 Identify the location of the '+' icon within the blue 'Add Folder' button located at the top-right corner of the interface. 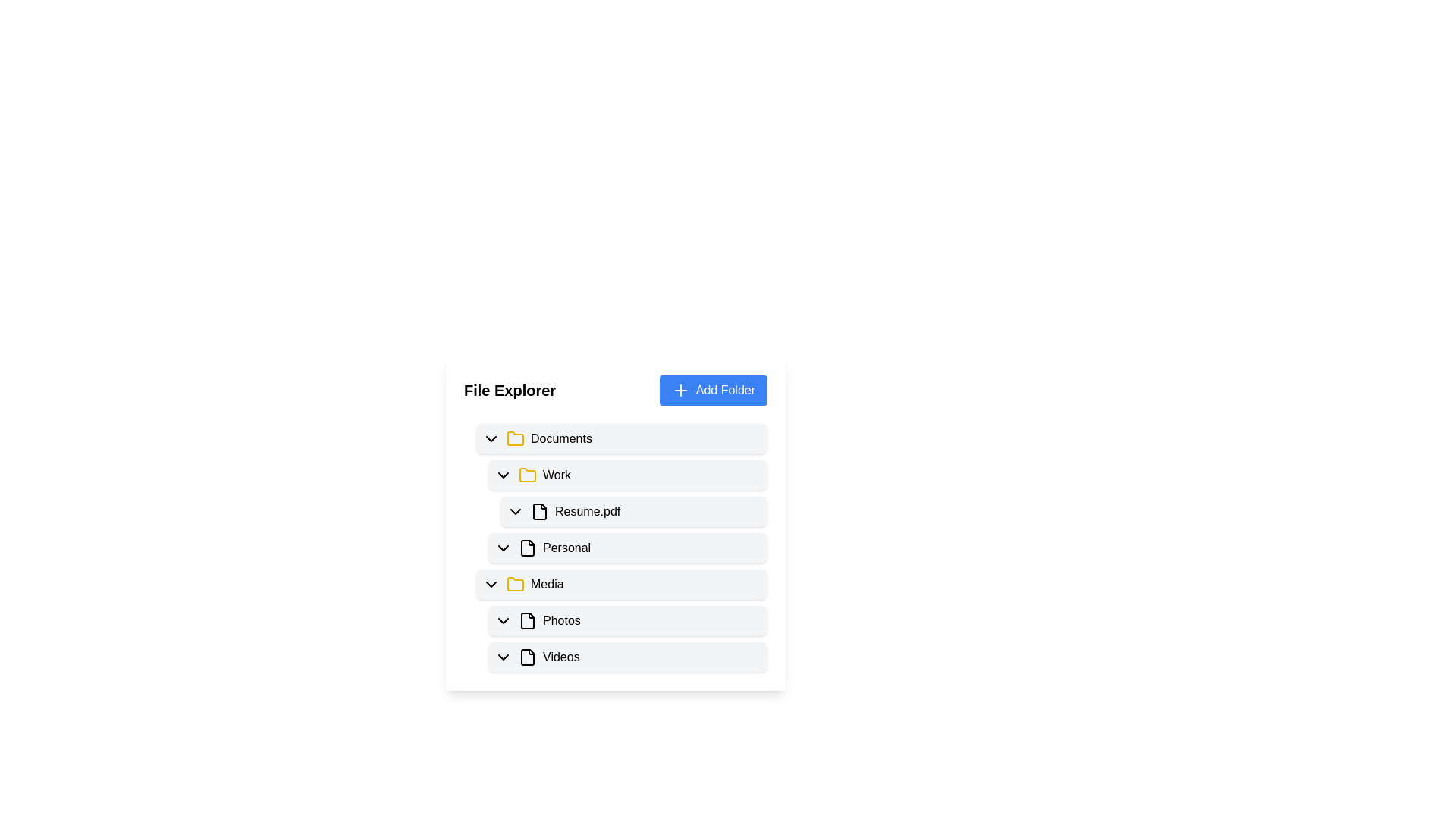
(679, 390).